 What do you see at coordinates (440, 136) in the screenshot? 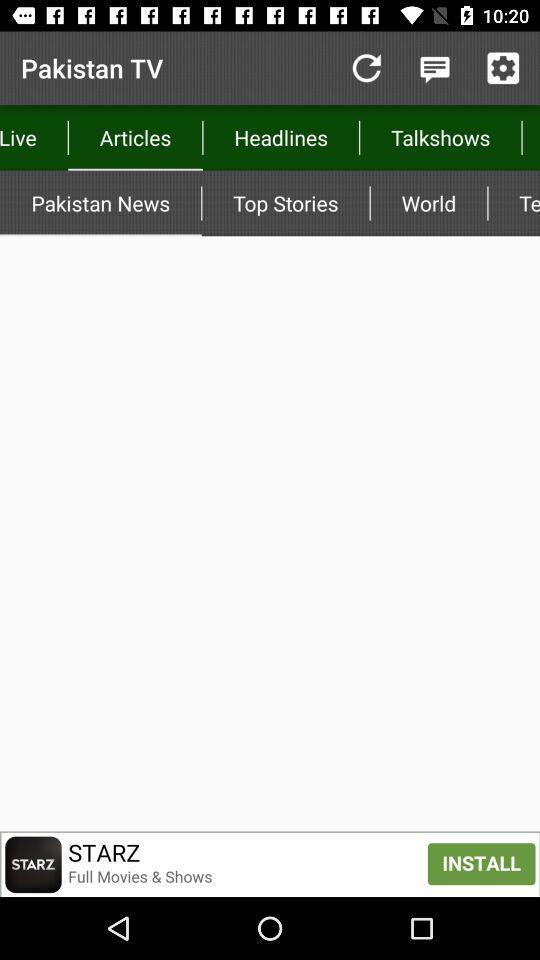
I see `item above top stories` at bounding box center [440, 136].